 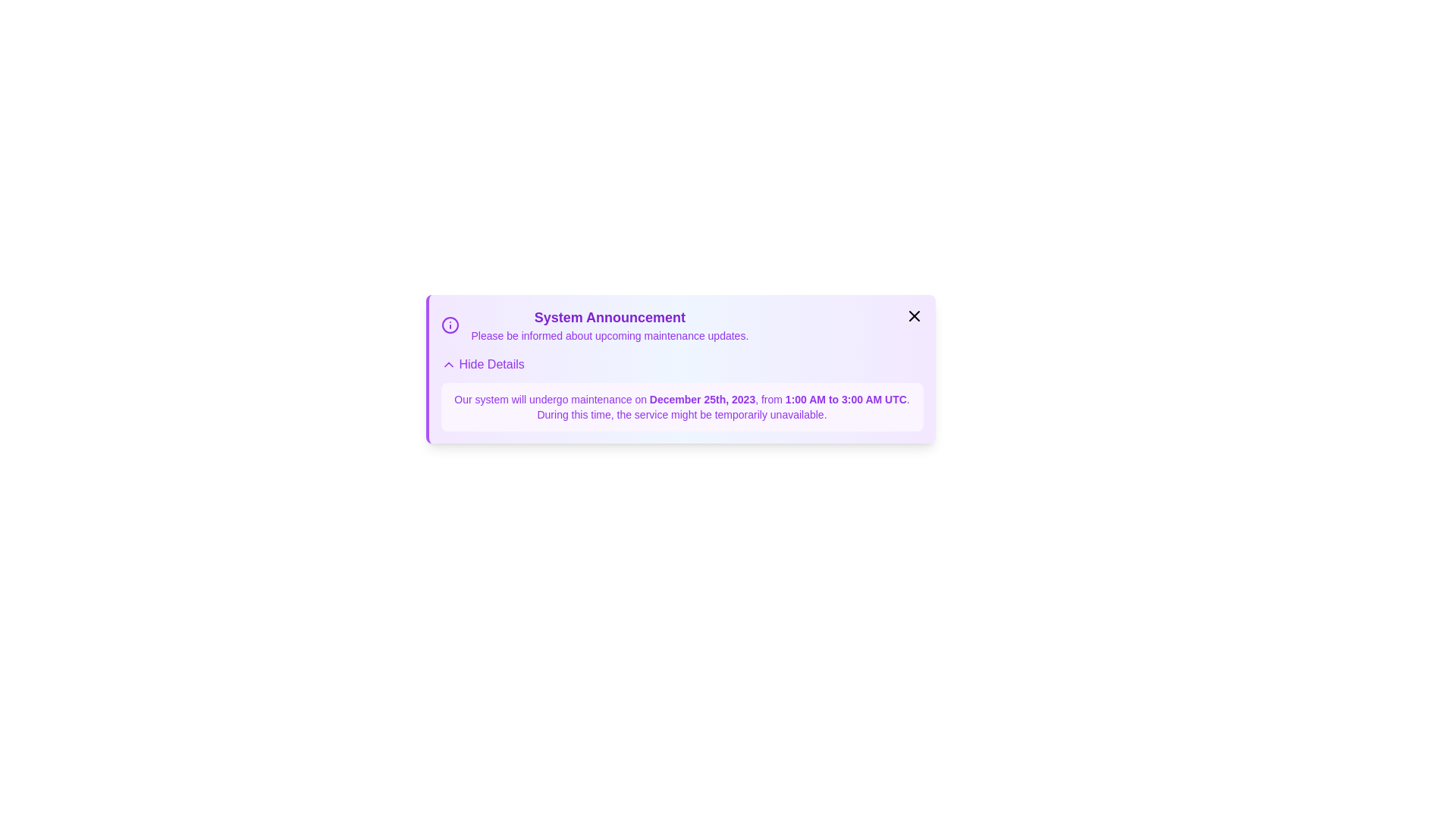 What do you see at coordinates (681, 406) in the screenshot?
I see `the static text block that displays critical information about scheduled maintenance in the notice panel located in the lower half of the announcement interface` at bounding box center [681, 406].